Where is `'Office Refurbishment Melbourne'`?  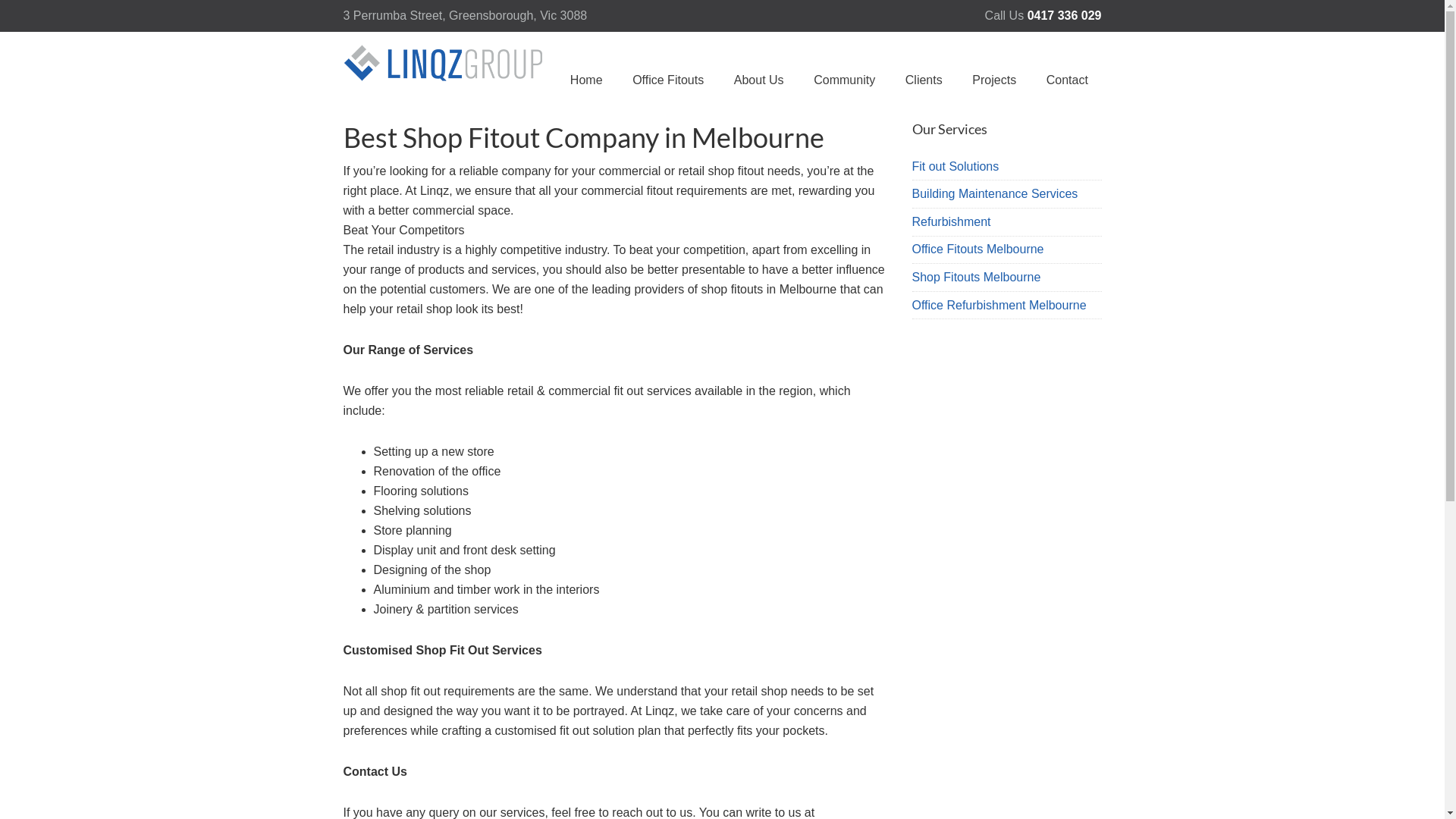
'Office Refurbishment Melbourne' is located at coordinates (910, 305).